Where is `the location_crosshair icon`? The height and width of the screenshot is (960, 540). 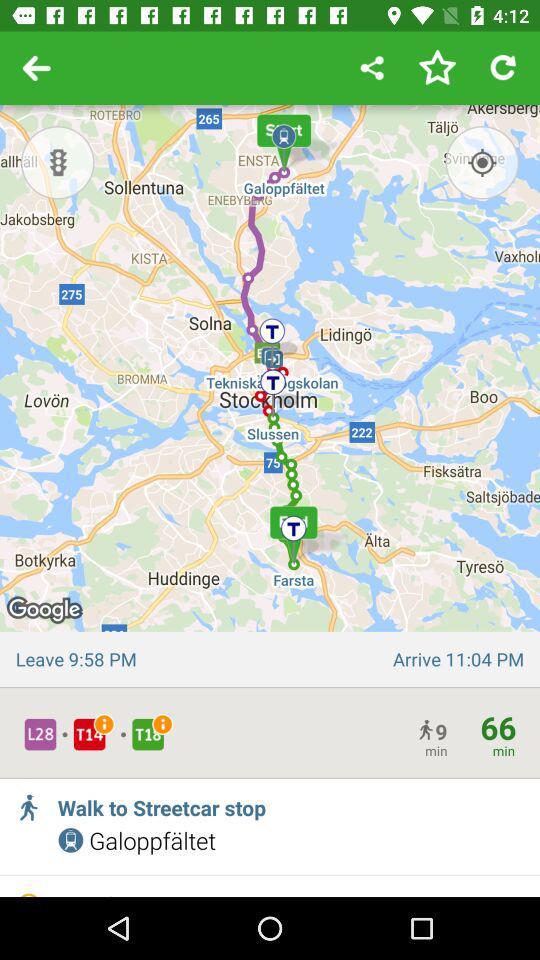 the location_crosshair icon is located at coordinates (481, 161).